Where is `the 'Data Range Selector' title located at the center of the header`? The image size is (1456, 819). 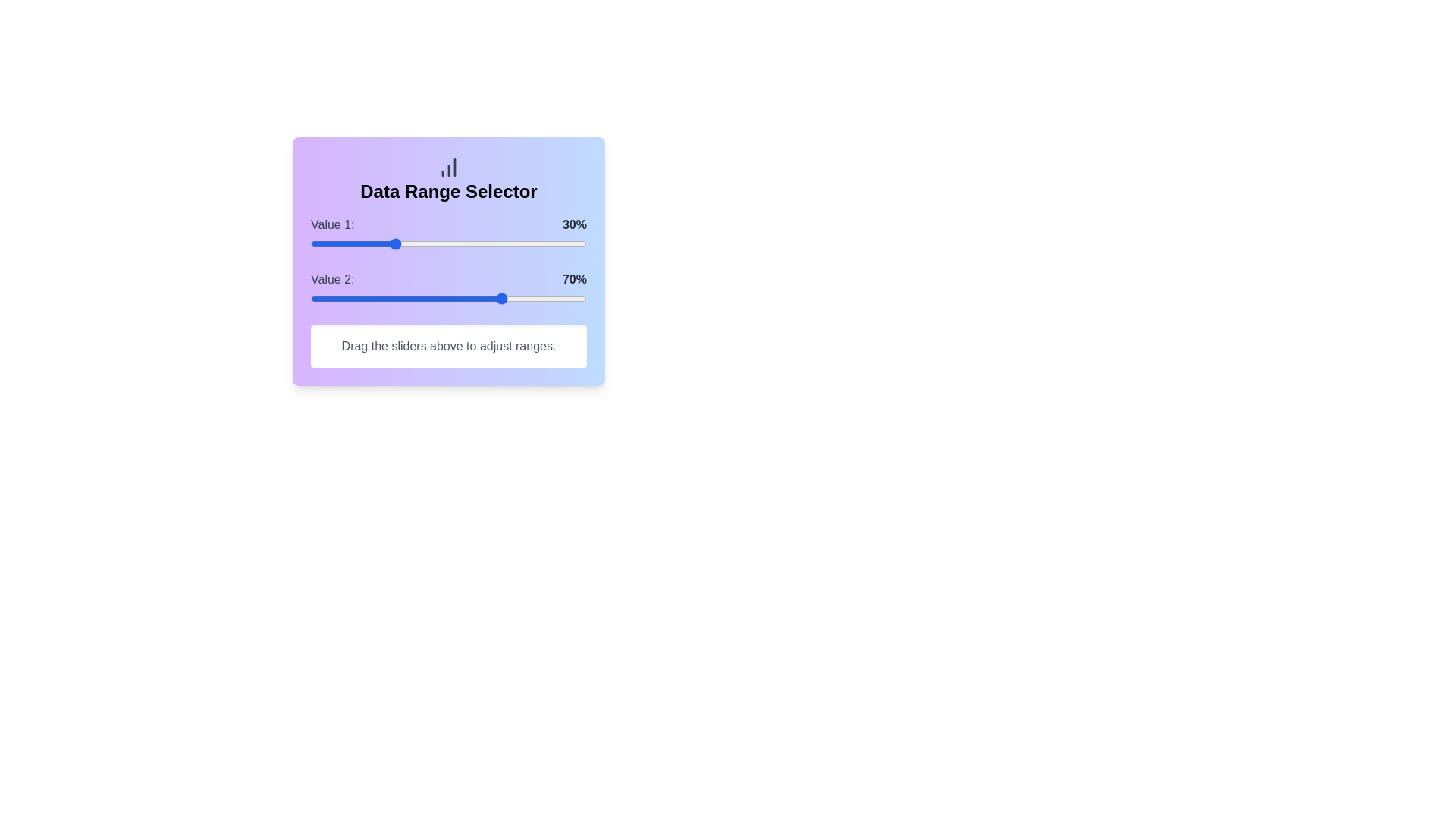
the 'Data Range Selector' title located at the center of the header is located at coordinates (447, 191).